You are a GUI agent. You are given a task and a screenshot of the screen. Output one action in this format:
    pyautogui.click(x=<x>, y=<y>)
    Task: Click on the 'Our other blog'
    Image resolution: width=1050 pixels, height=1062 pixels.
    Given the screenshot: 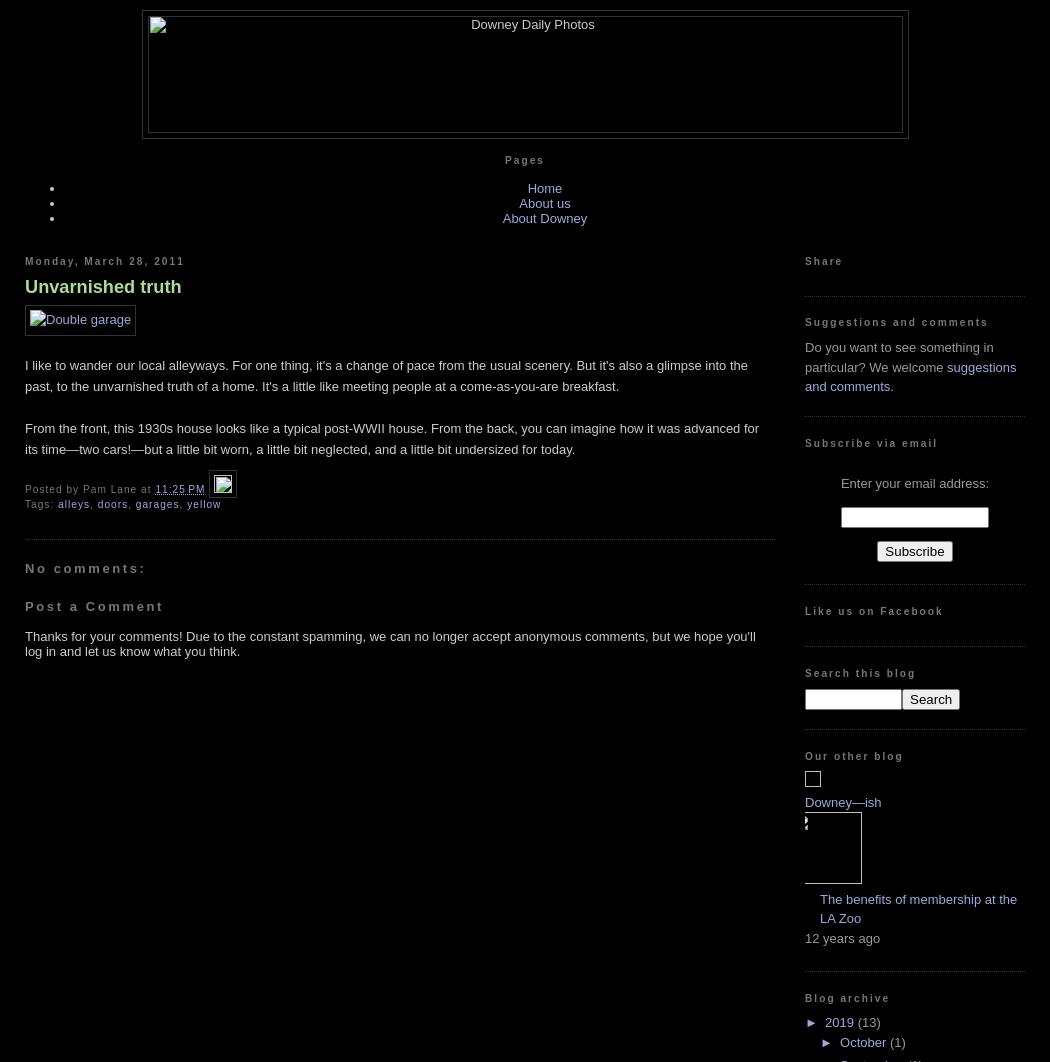 What is the action you would take?
    pyautogui.click(x=853, y=755)
    